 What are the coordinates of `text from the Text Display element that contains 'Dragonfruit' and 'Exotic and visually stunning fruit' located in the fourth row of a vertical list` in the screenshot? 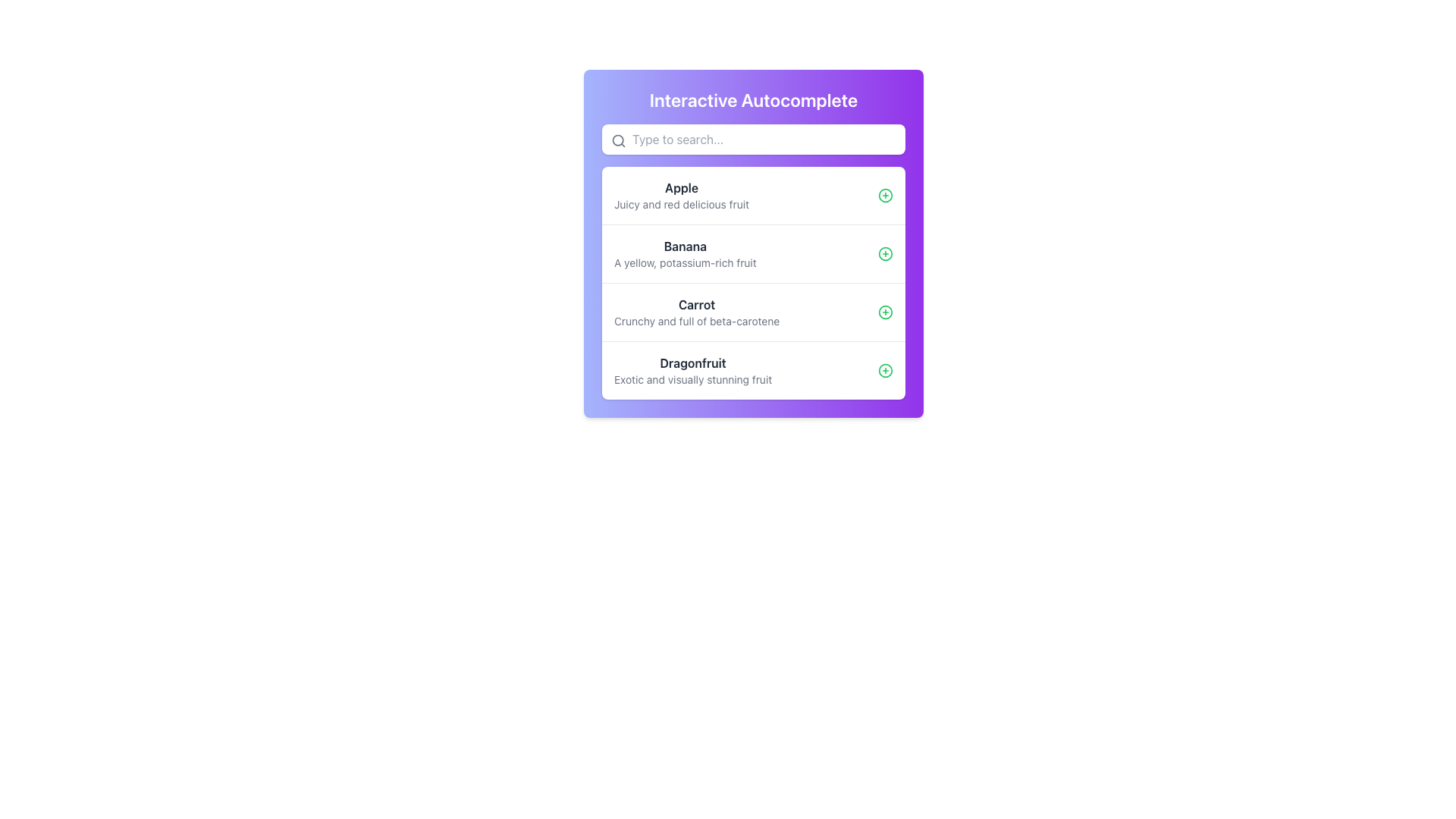 It's located at (692, 371).